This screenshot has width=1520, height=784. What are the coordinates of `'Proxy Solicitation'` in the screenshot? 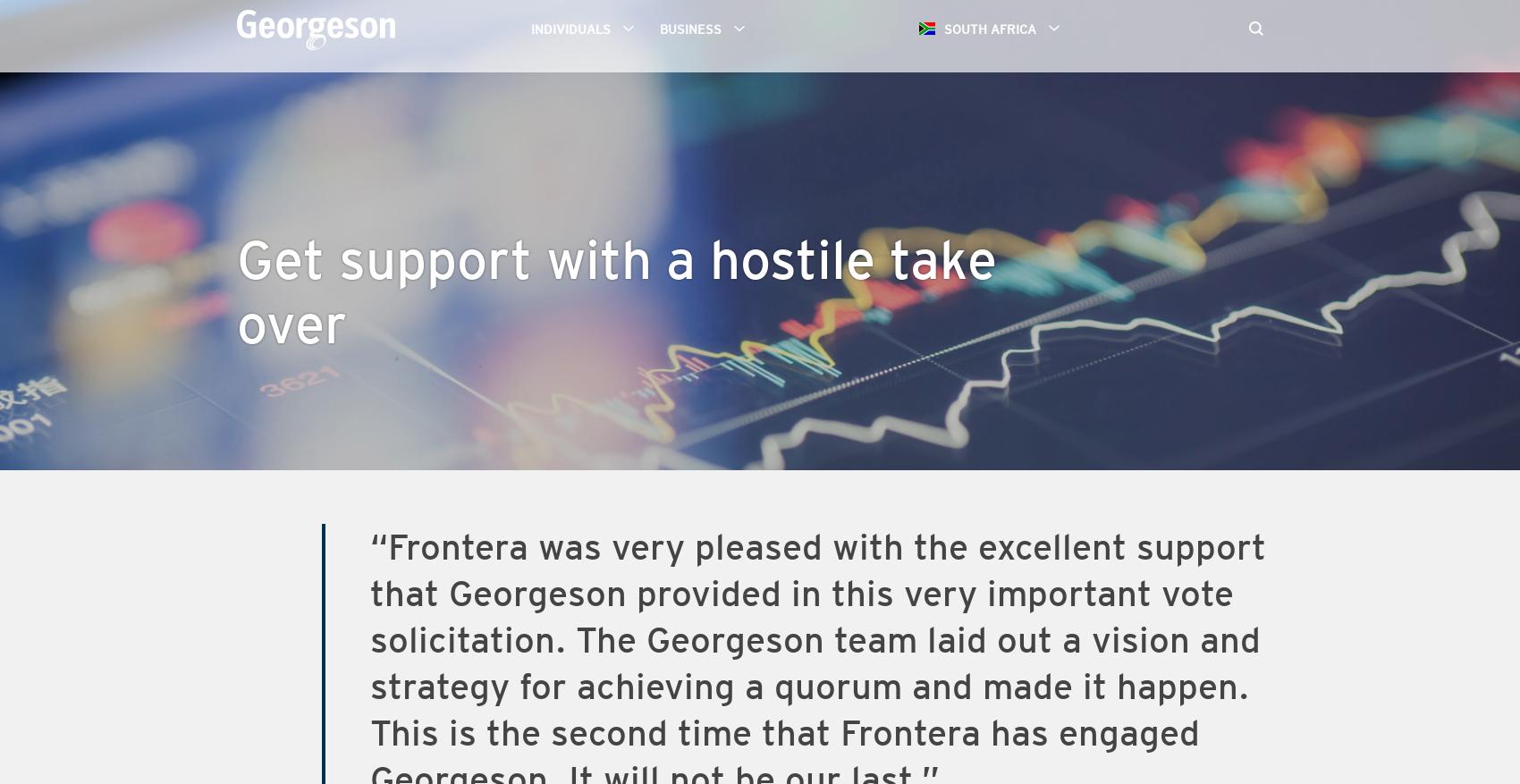 It's located at (477, 144).